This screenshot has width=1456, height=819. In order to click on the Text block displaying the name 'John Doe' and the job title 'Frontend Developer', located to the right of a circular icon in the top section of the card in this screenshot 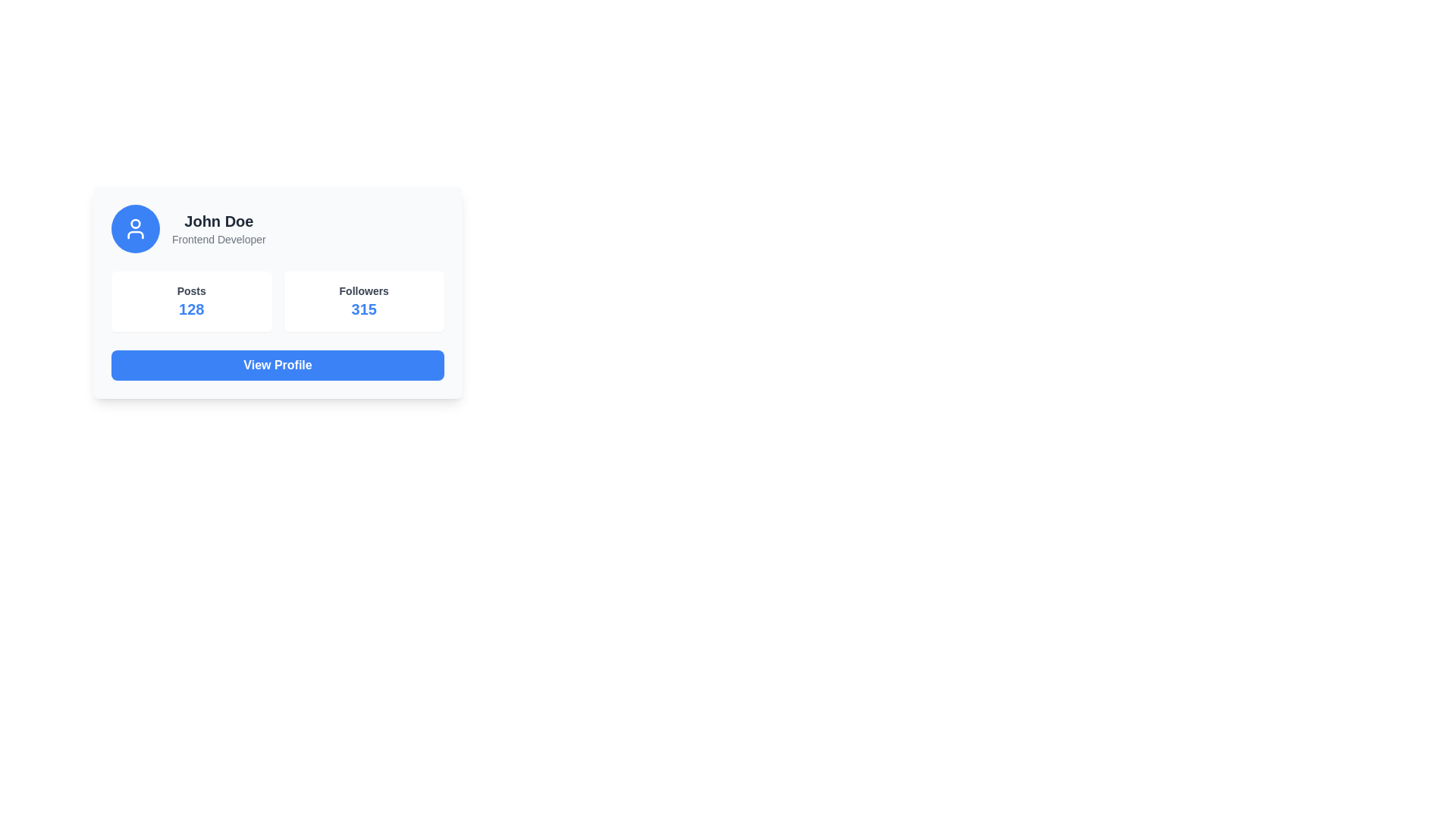, I will do `click(218, 228)`.